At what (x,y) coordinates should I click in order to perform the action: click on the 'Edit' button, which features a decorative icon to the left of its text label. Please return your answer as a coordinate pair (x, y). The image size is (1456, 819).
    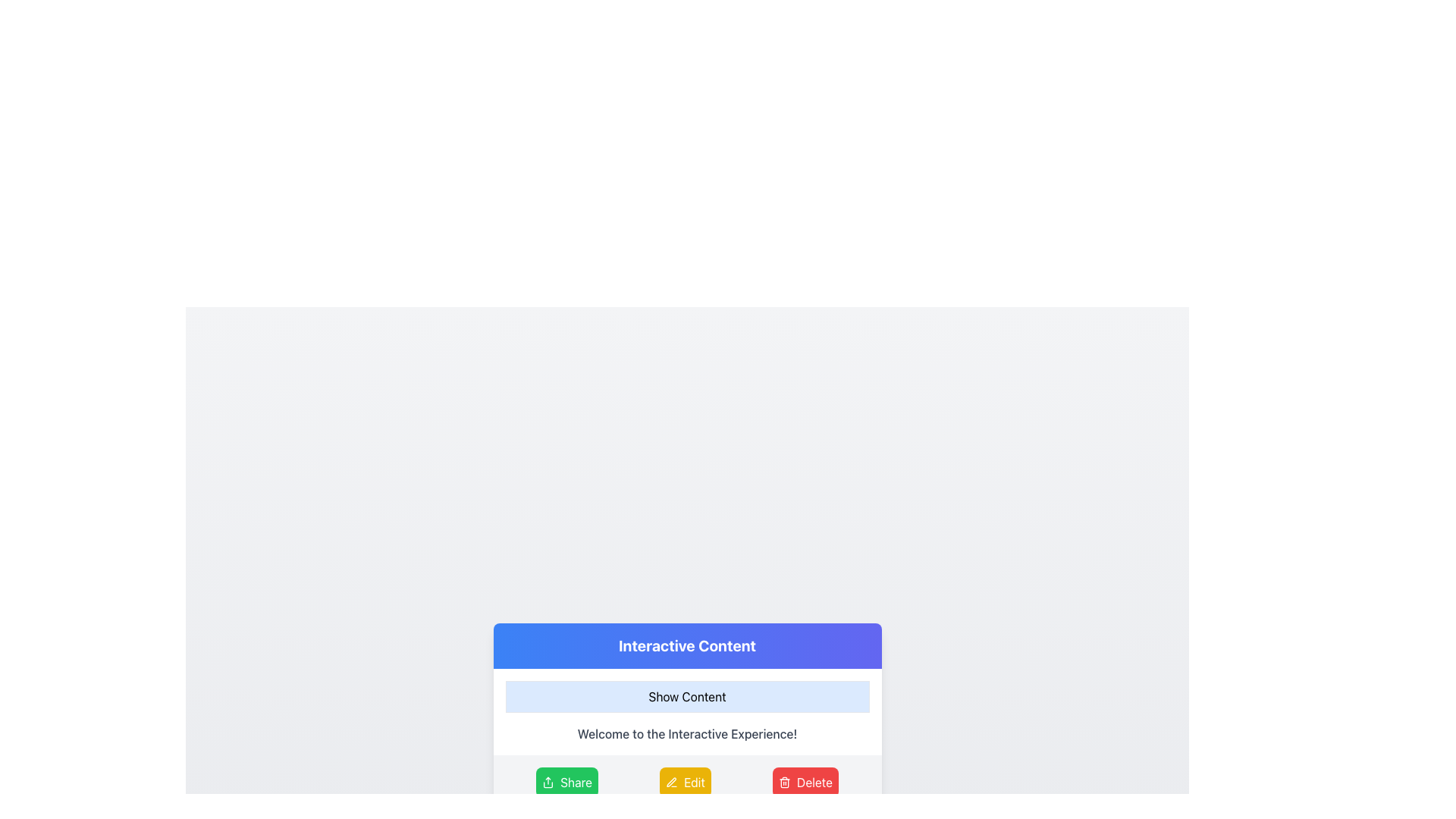
    Looking at the image, I should click on (671, 783).